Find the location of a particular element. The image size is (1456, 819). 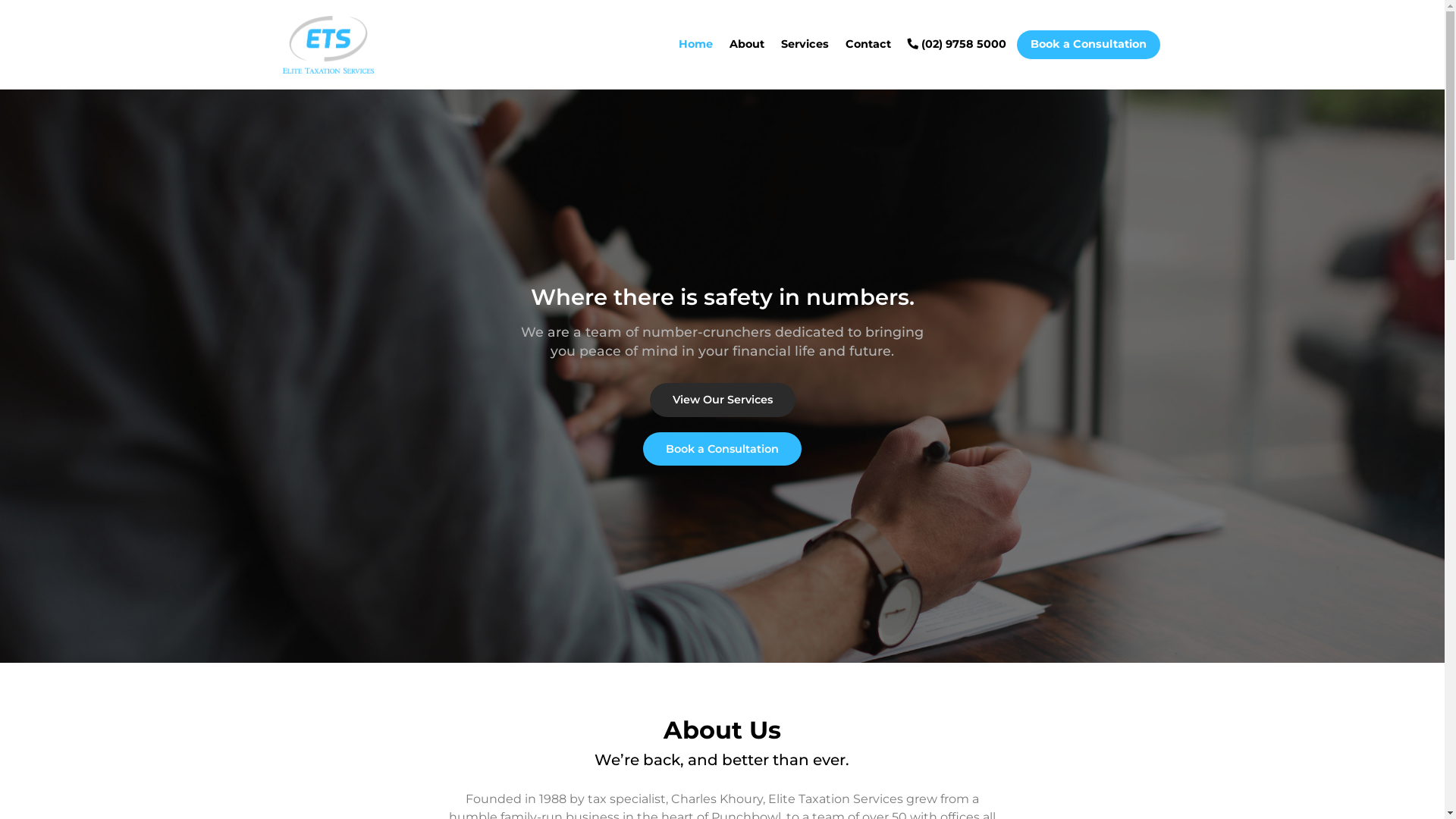

'(02) 9758 5000' is located at coordinates (955, 43).